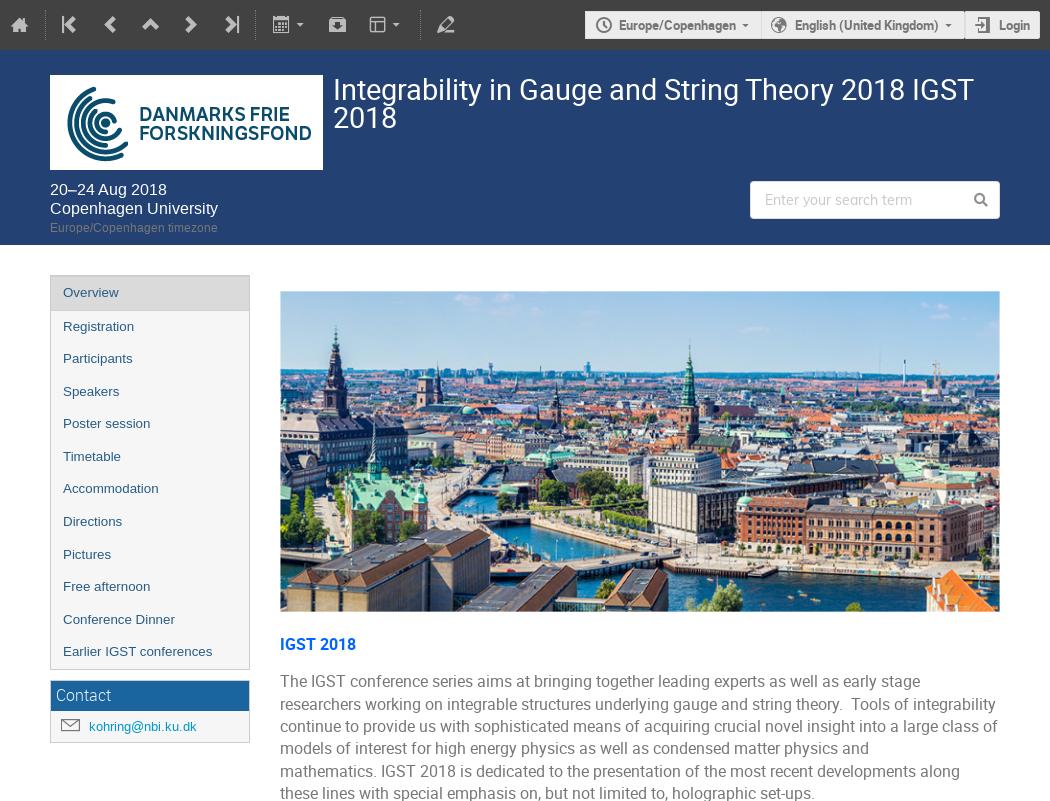  What do you see at coordinates (89, 724) in the screenshot?
I see `'kohring@nbi.ku.dk'` at bounding box center [89, 724].